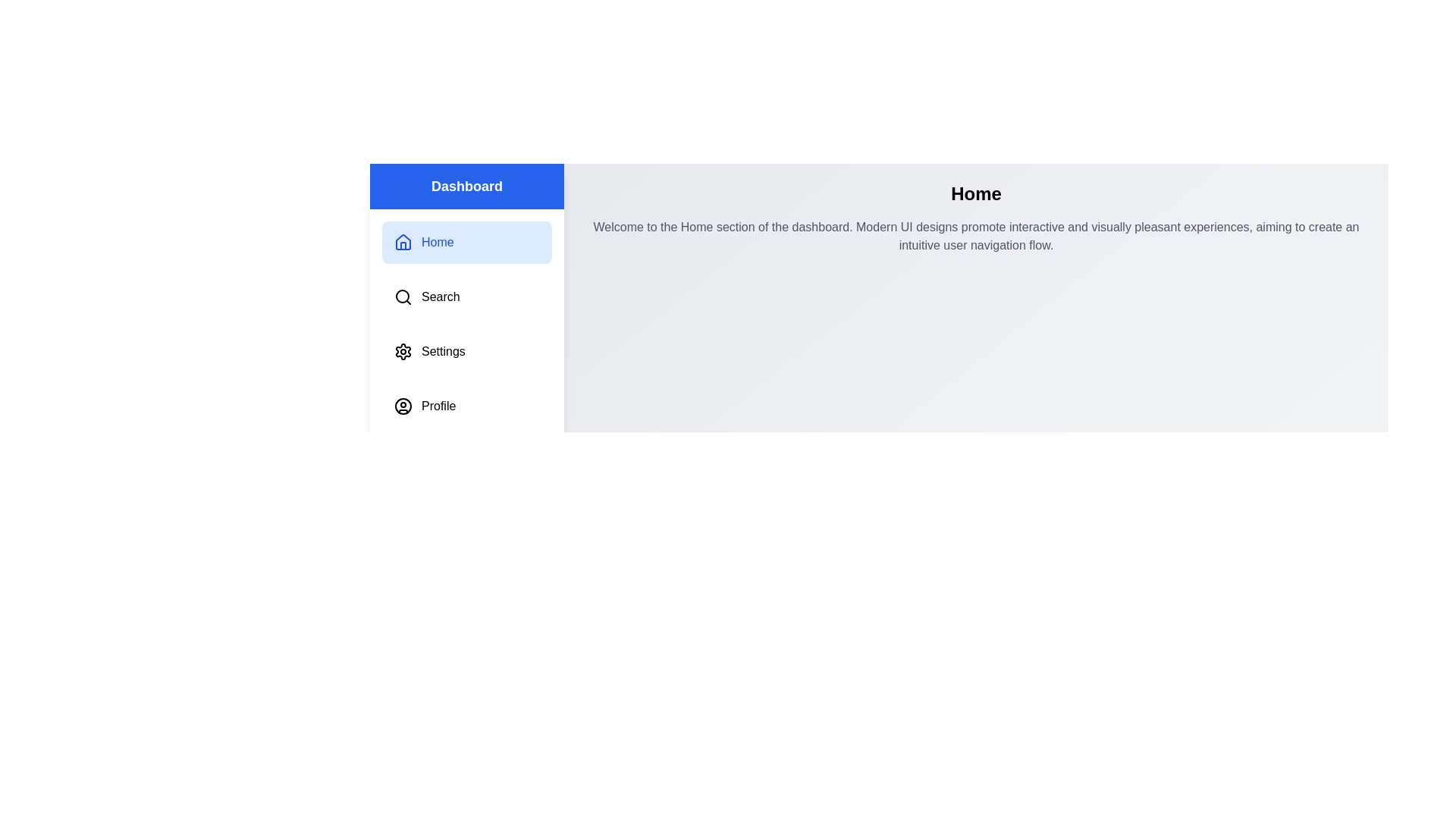 This screenshot has height=819, width=1456. Describe the element at coordinates (466, 297) in the screenshot. I see `the menu item labeled Search` at that location.